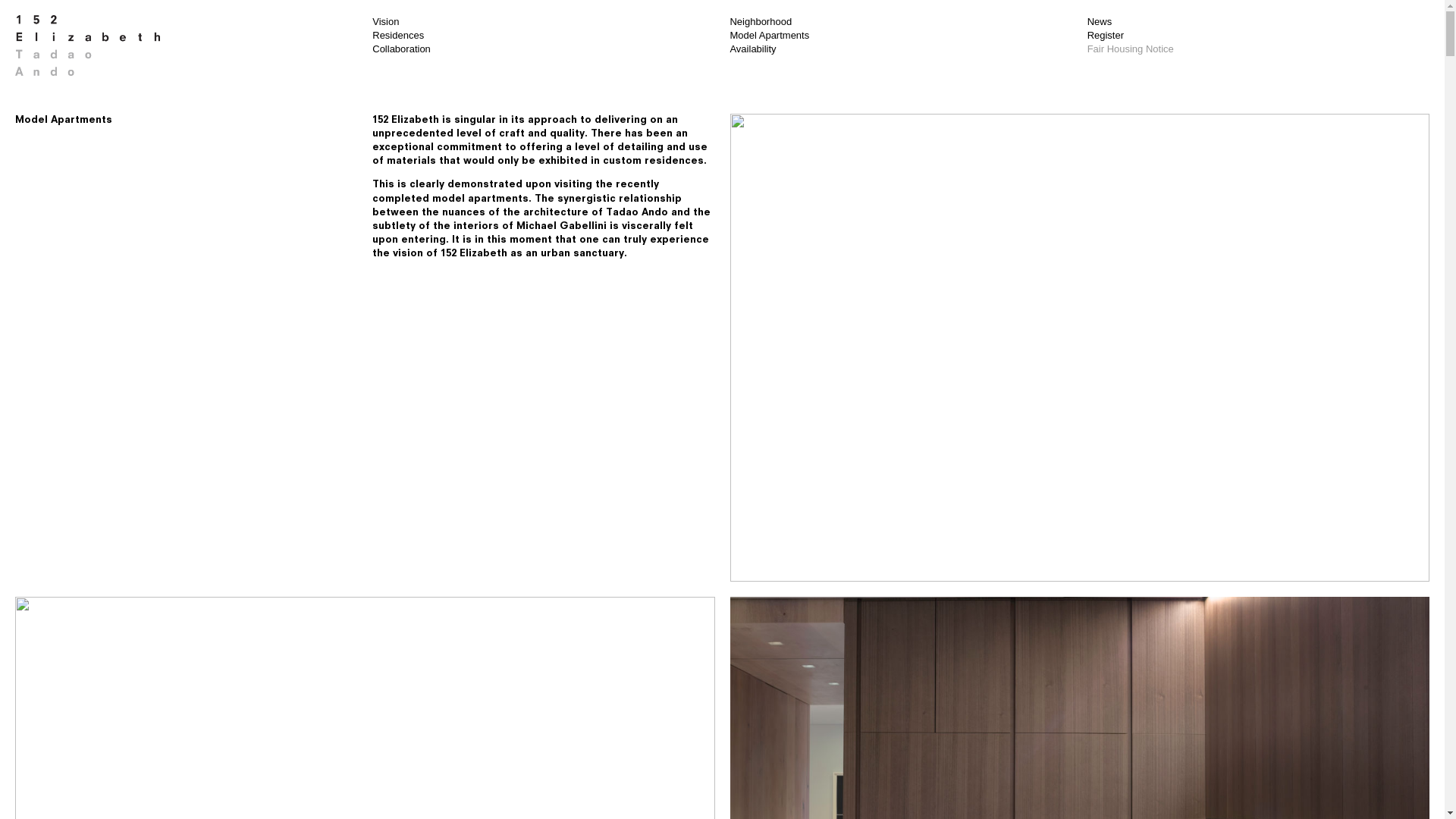  I want to click on 'Collaboration', so click(401, 48).